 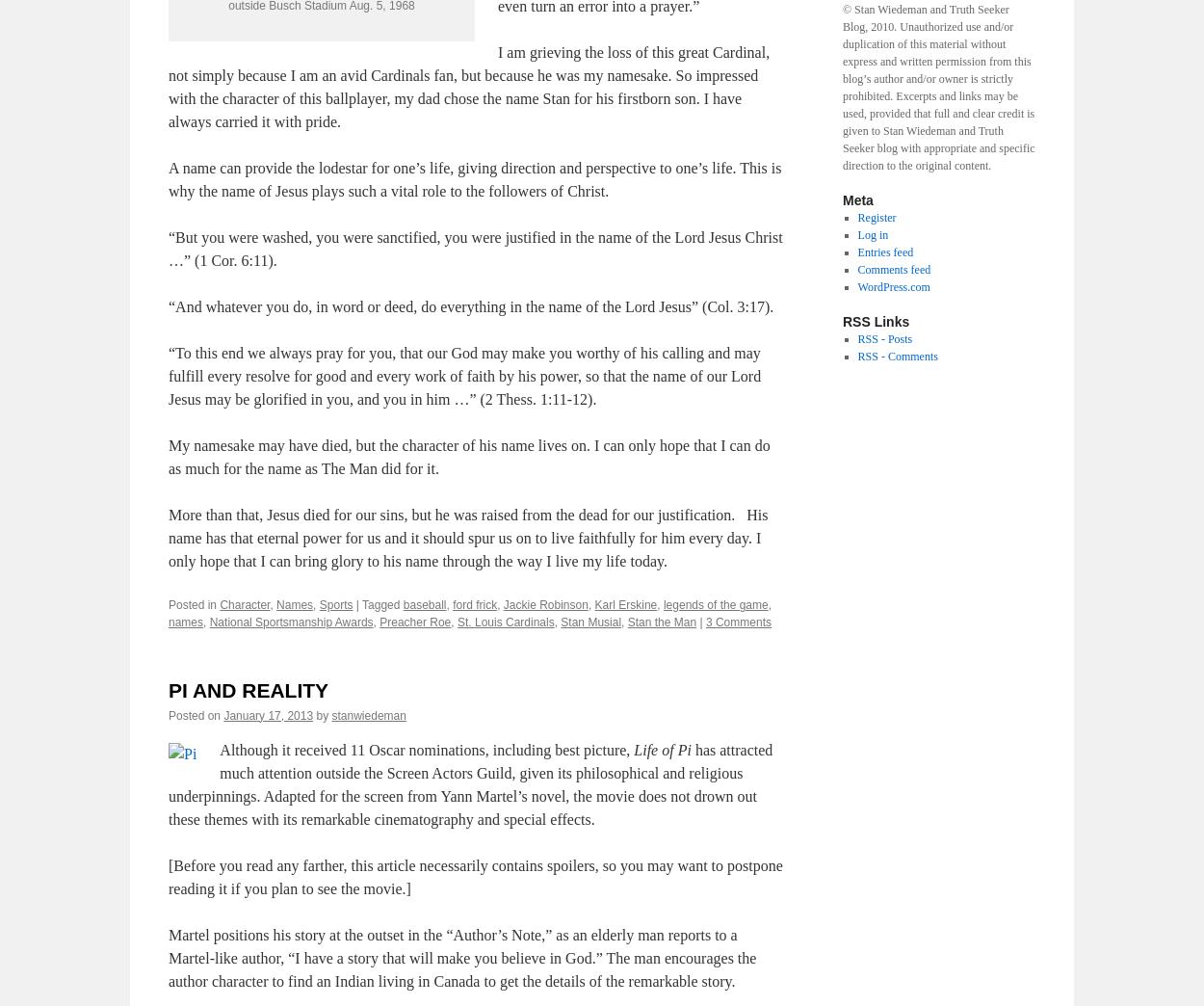 What do you see at coordinates (473, 178) in the screenshot?
I see `'A name can provide the lodestar for one’s life, giving direction and perspective to one’s life. This is why the name of Jesus plays such a vital role to the followers of Christ.'` at bounding box center [473, 178].